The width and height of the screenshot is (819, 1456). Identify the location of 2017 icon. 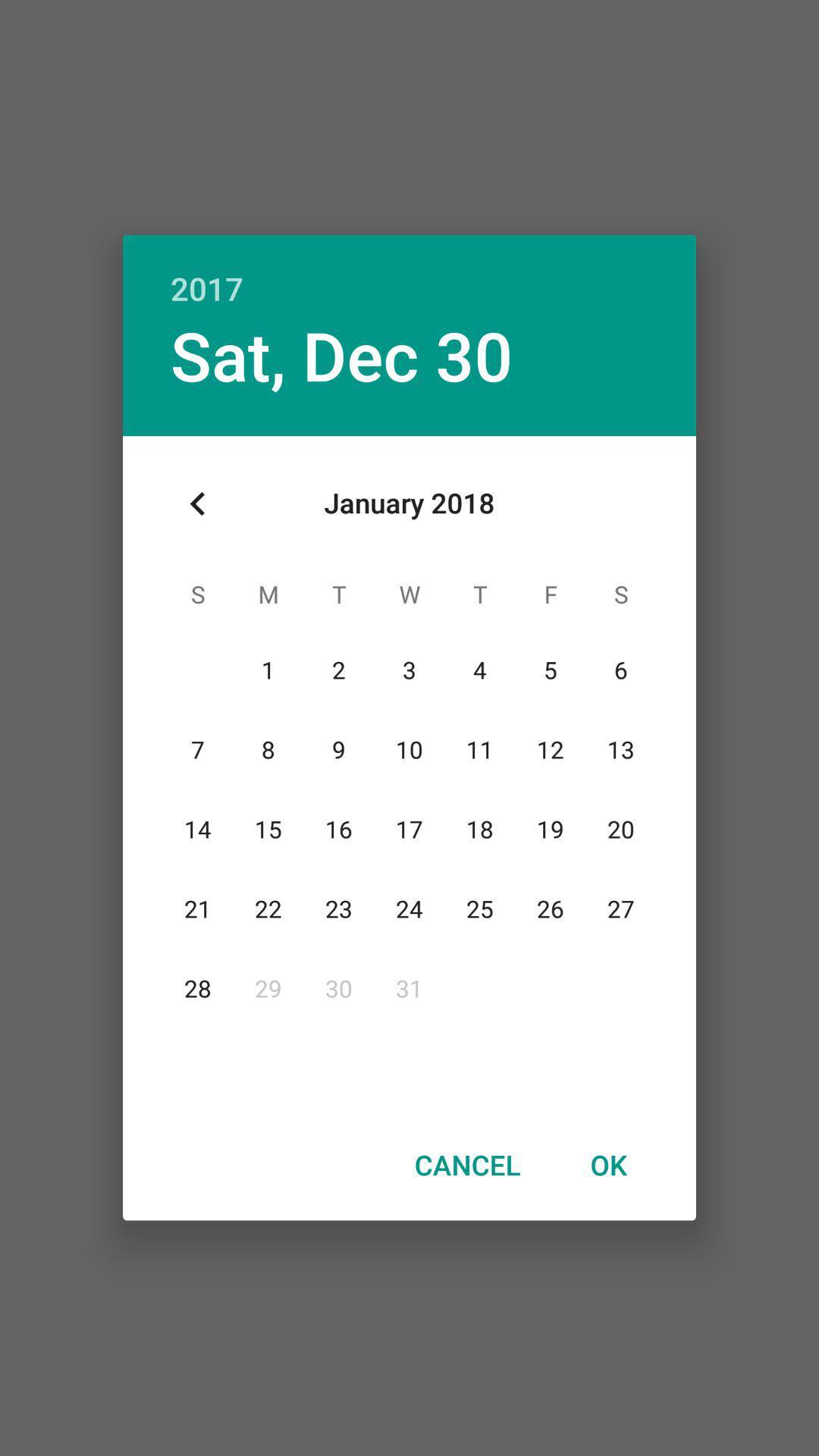
(409, 272).